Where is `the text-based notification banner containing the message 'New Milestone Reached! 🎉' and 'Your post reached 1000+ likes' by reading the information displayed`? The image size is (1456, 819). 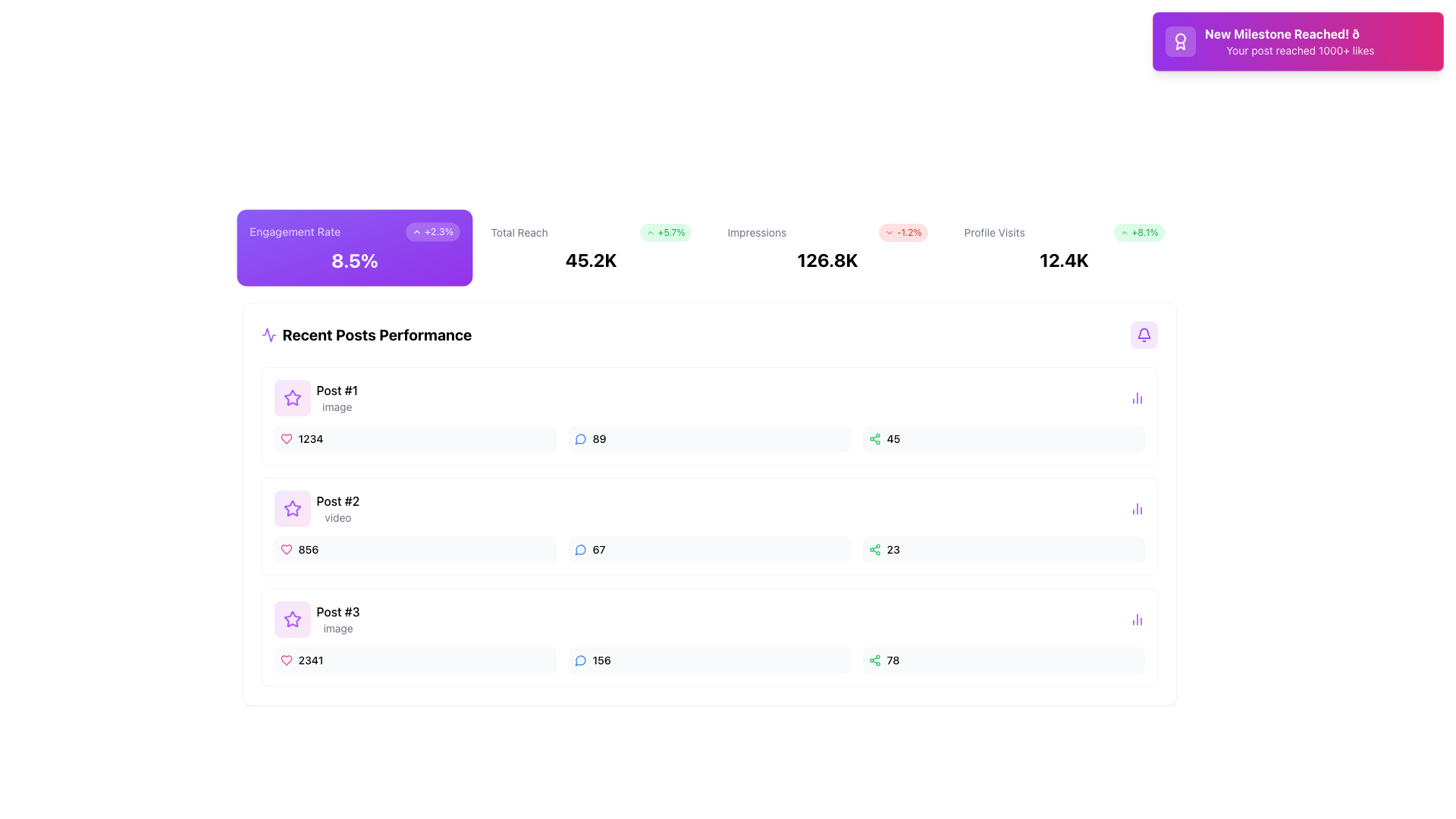
the text-based notification banner containing the message 'New Milestone Reached! 🎉' and 'Your post reached 1000+ likes' by reading the information displayed is located at coordinates (1299, 40).